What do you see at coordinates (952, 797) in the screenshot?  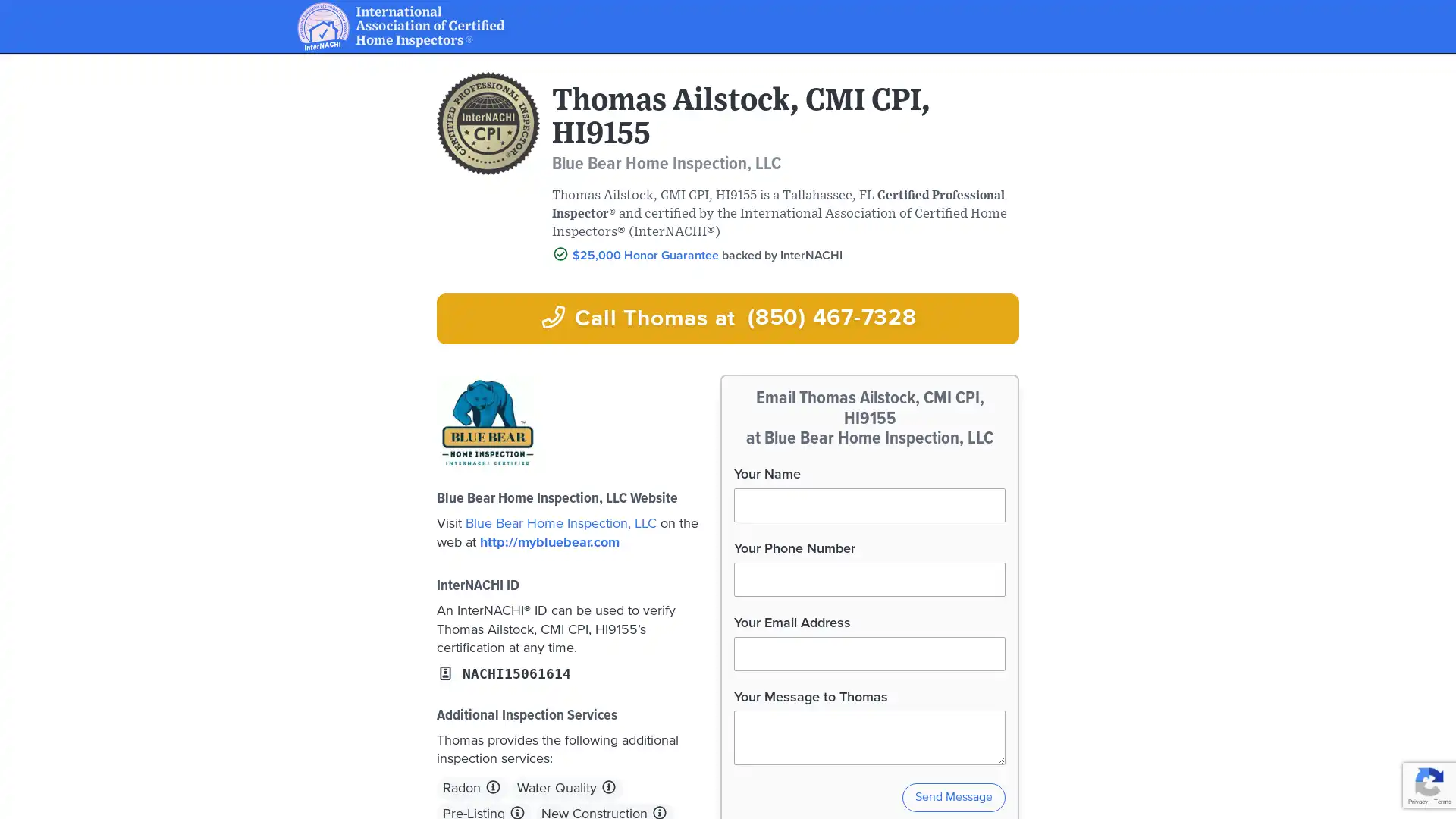 I see `Send Message` at bounding box center [952, 797].